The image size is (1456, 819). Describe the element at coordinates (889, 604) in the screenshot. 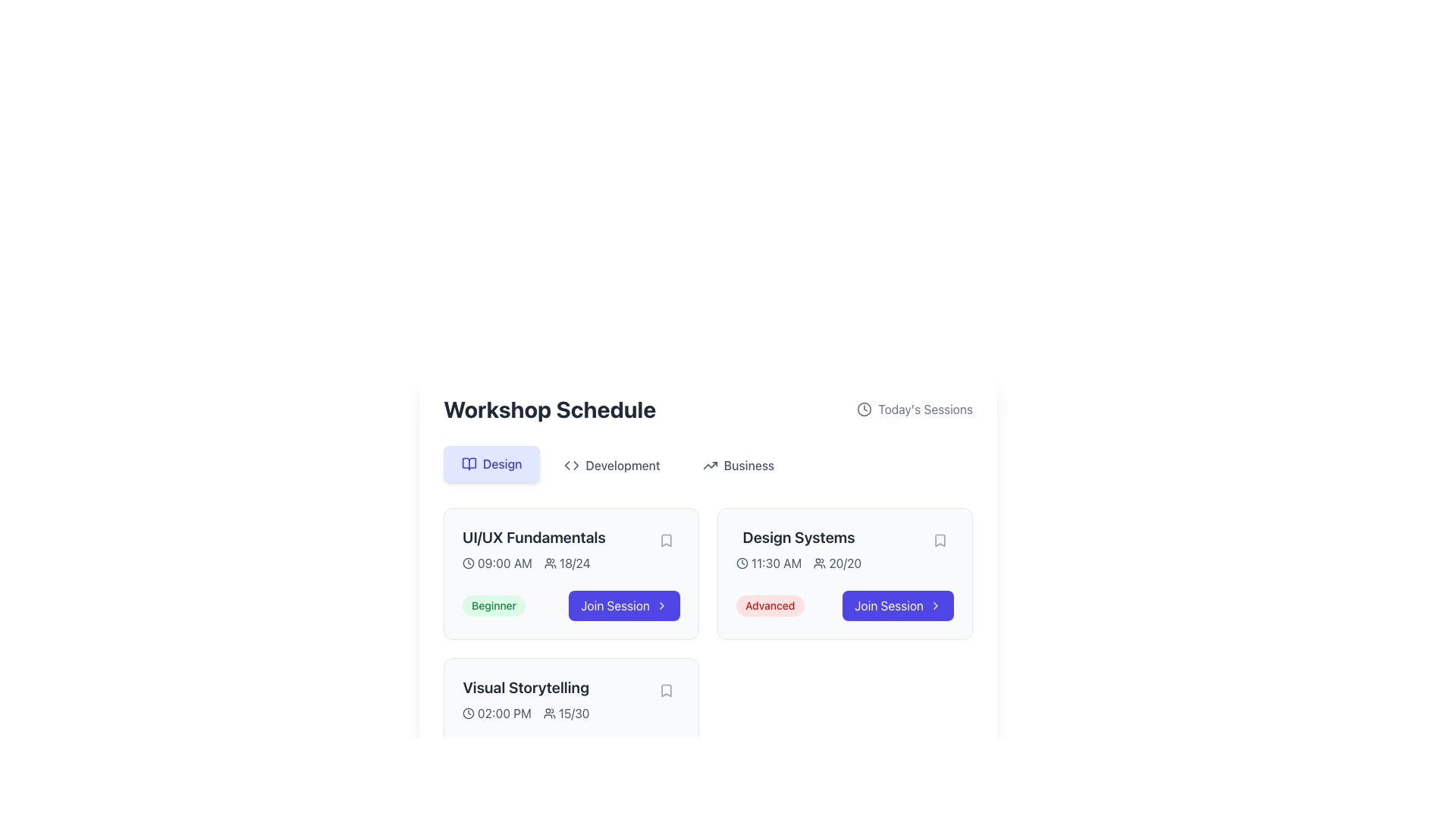

I see `the 'Join Session' button, which is a prominently styled interactive button with white text on a purple background, located in the lower-right portion of the 'Design Systems' workshop card` at that location.